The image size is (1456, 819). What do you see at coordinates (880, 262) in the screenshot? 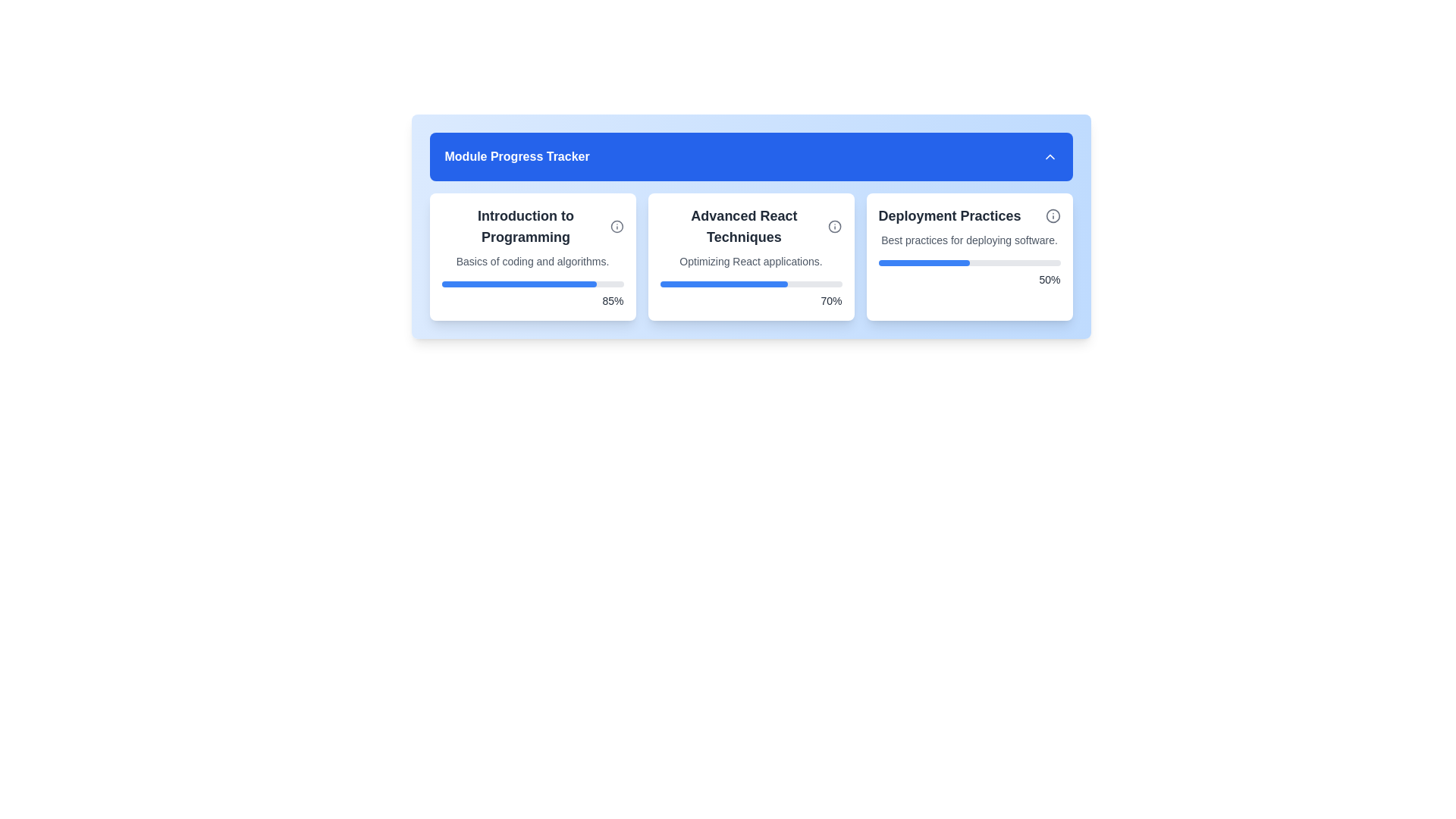
I see `the progress level` at bounding box center [880, 262].